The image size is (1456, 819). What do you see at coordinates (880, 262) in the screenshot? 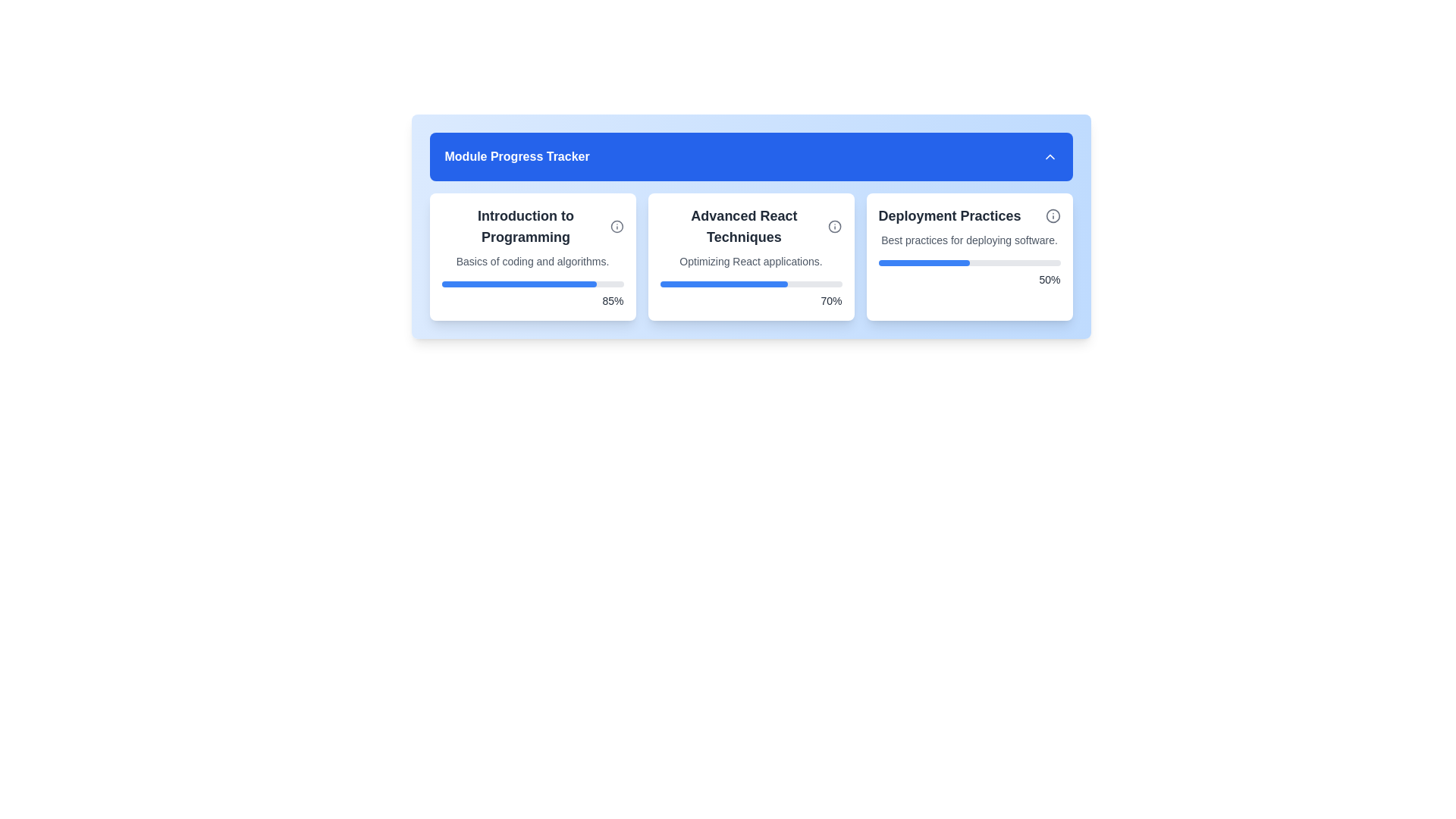
I see `the progress level` at bounding box center [880, 262].